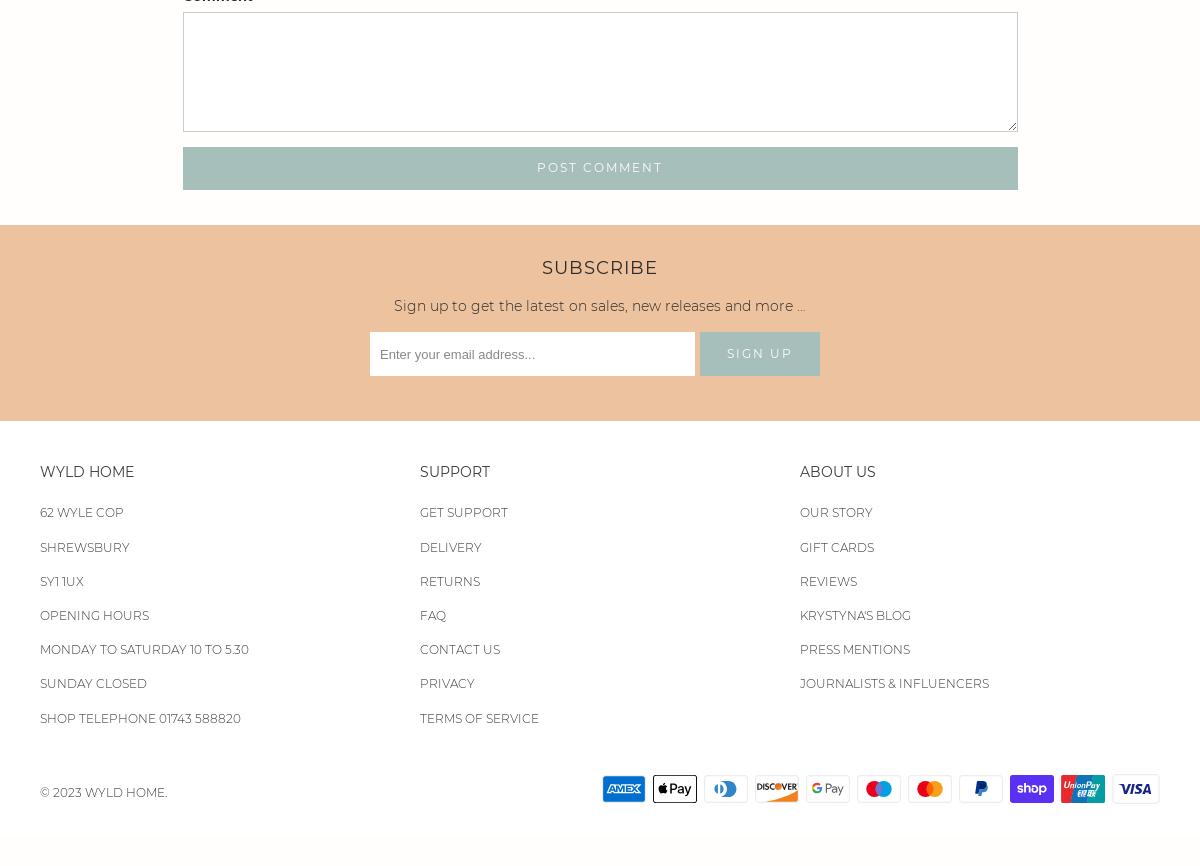  I want to click on 'JOURNALISTS & INFLUENCERS', so click(892, 682).